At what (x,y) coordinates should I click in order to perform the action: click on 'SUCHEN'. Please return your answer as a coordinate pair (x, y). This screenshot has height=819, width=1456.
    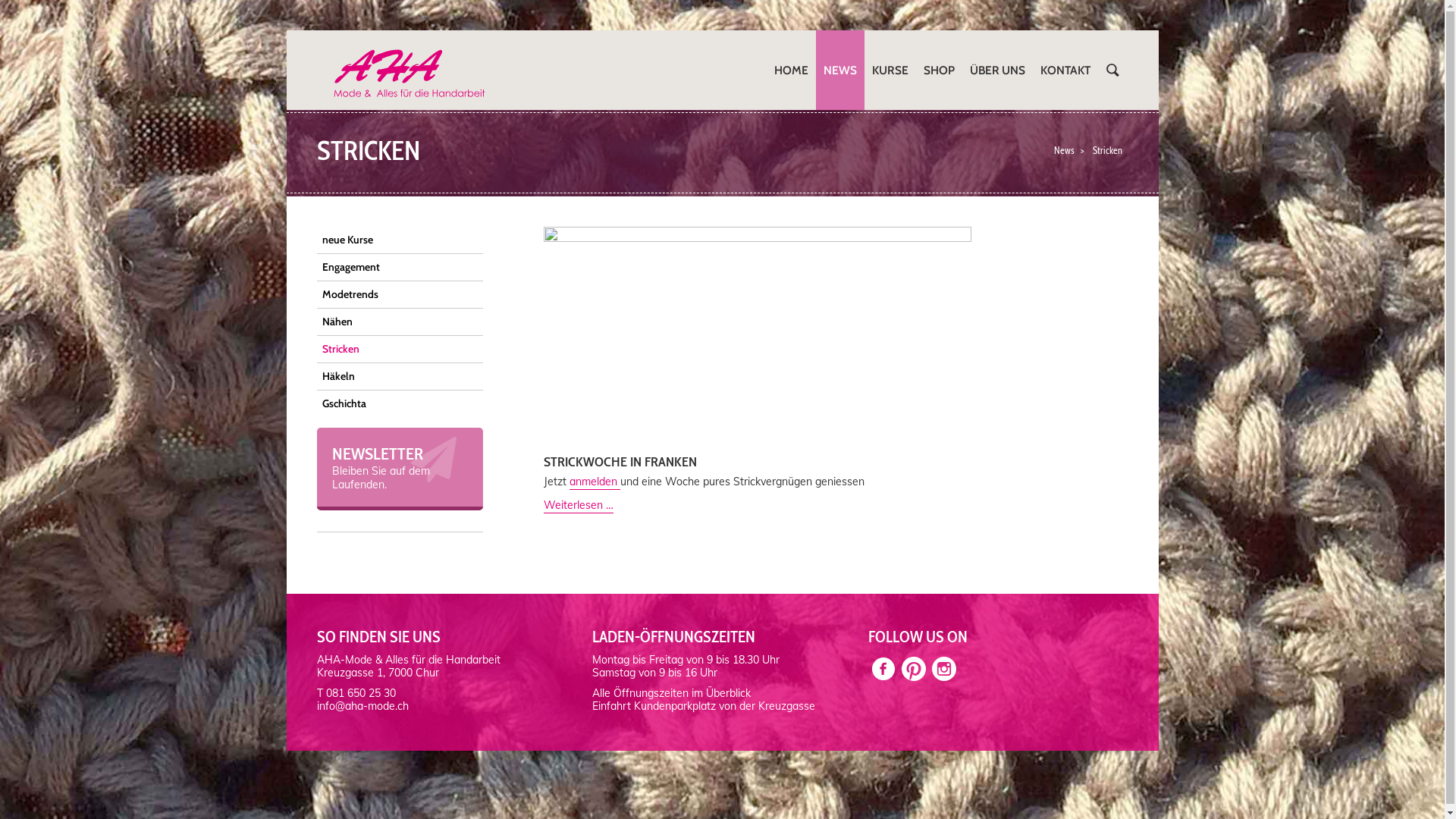
    Looking at the image, I should click on (1113, 70).